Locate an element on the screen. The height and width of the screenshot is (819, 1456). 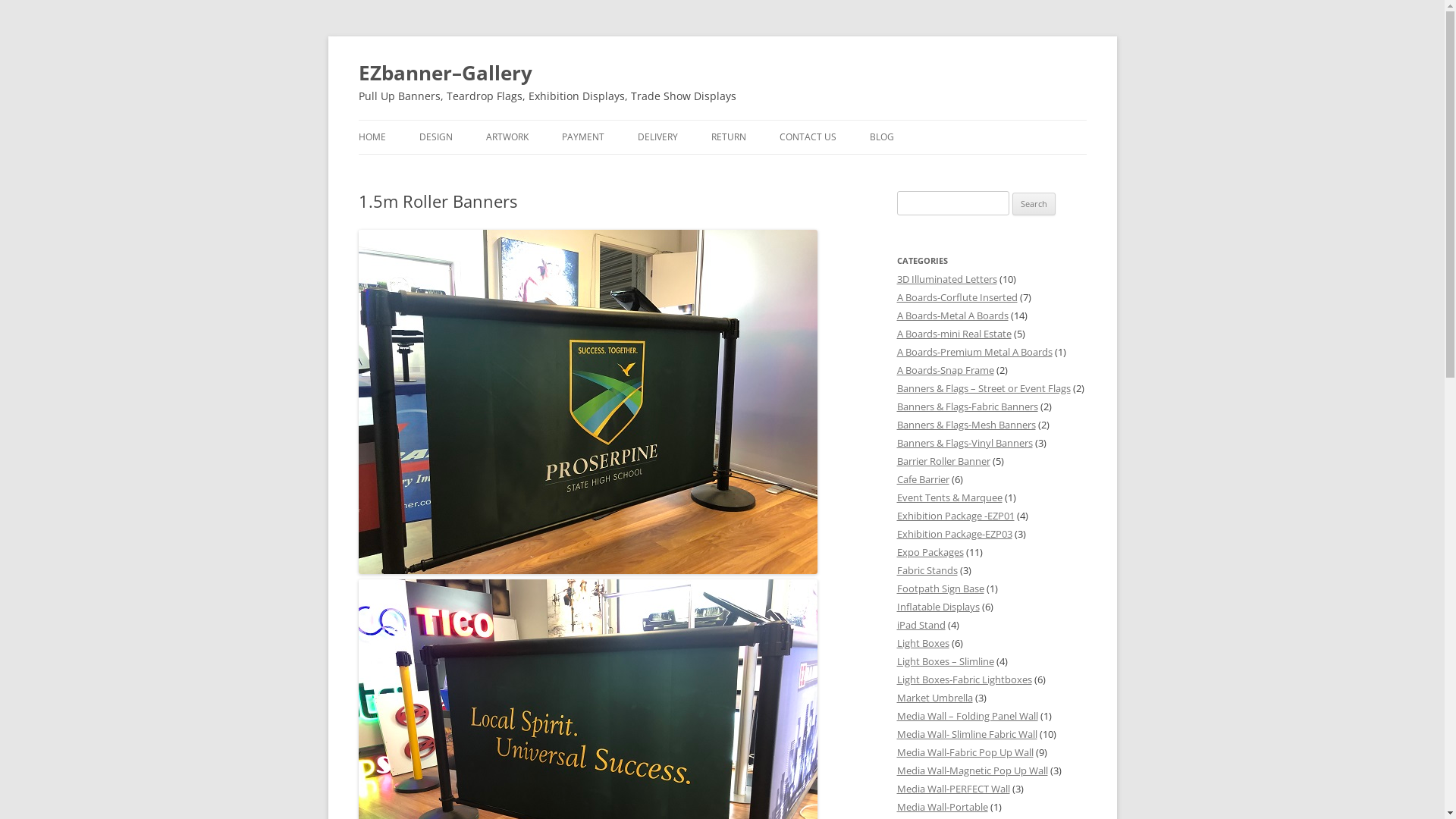
'Market Umbrella' is located at coordinates (934, 698).